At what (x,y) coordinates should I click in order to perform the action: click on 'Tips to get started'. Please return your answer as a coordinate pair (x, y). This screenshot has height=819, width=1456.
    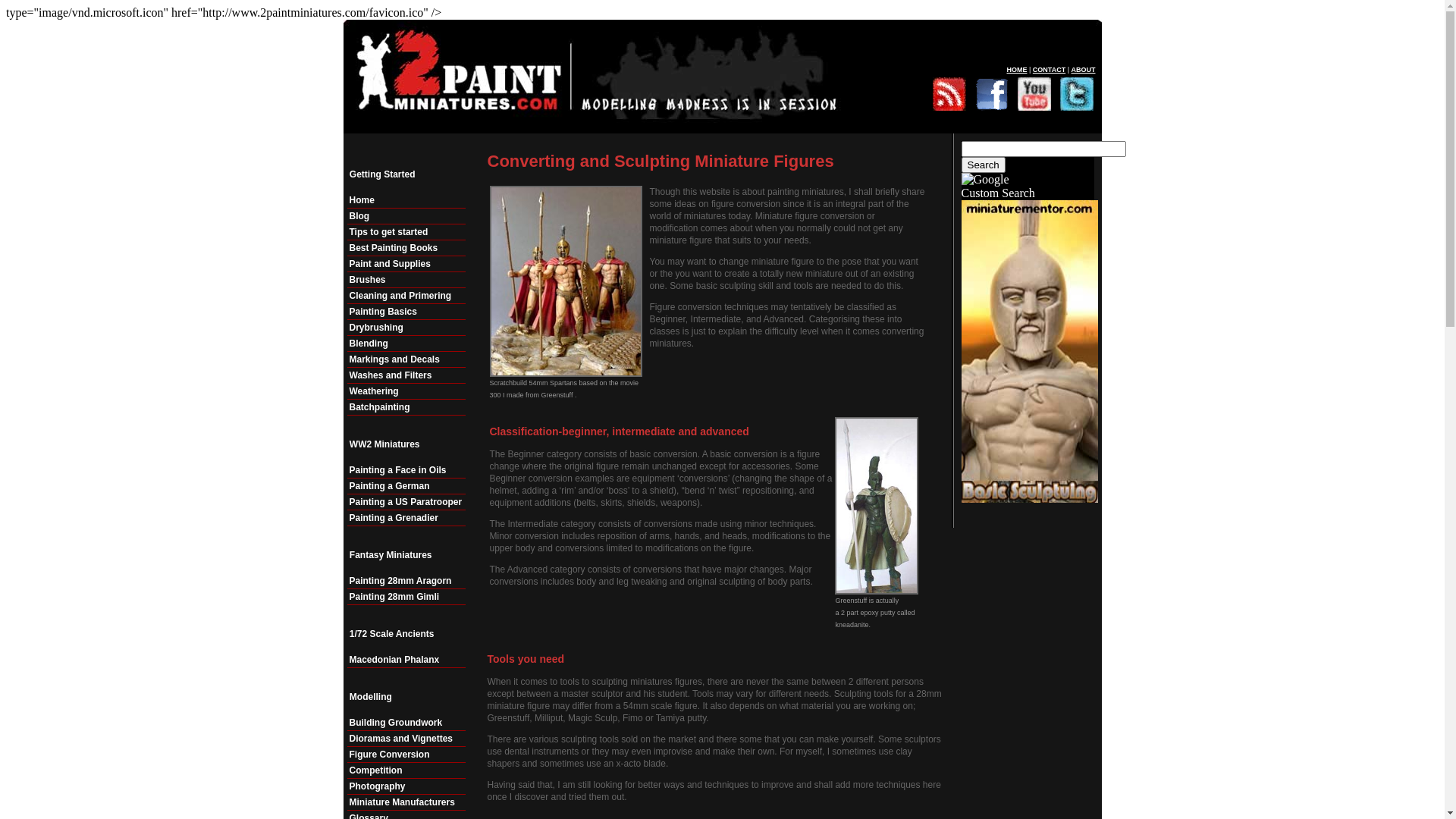
    Looking at the image, I should click on (406, 232).